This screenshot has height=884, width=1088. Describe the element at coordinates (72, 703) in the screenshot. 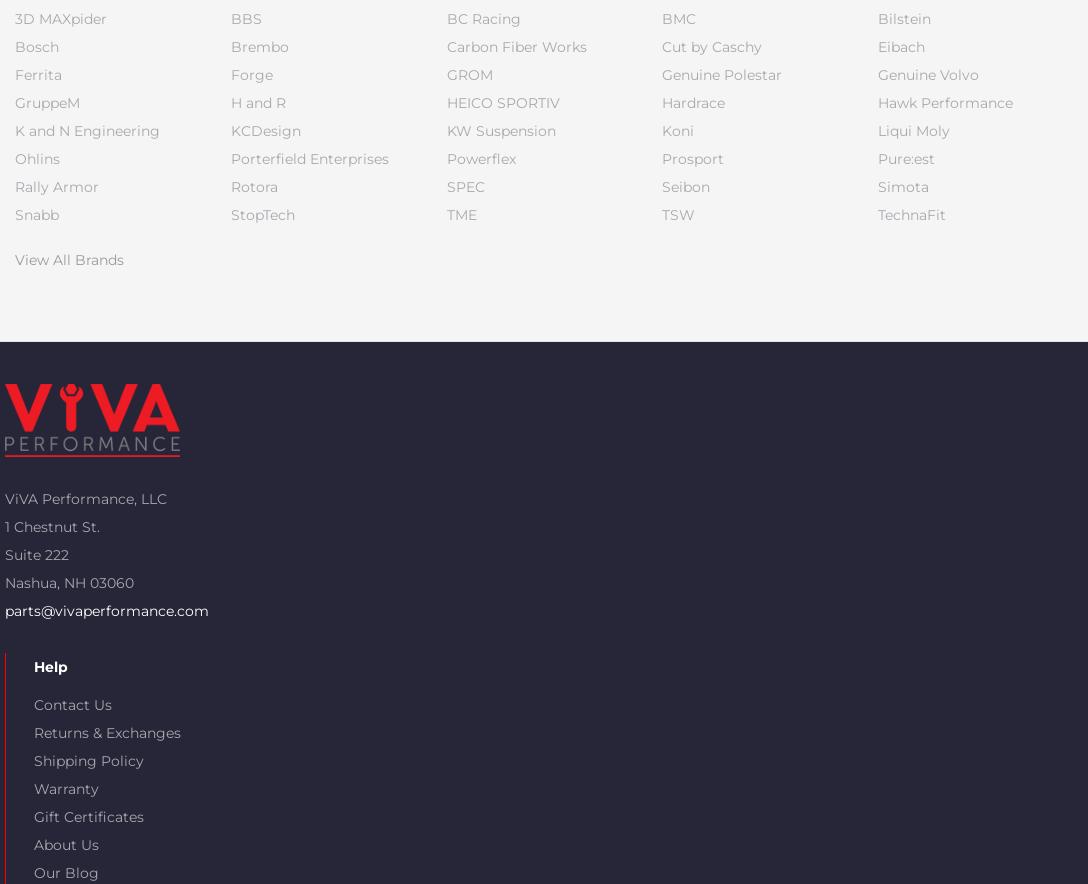

I see `'Contact Us'` at that location.